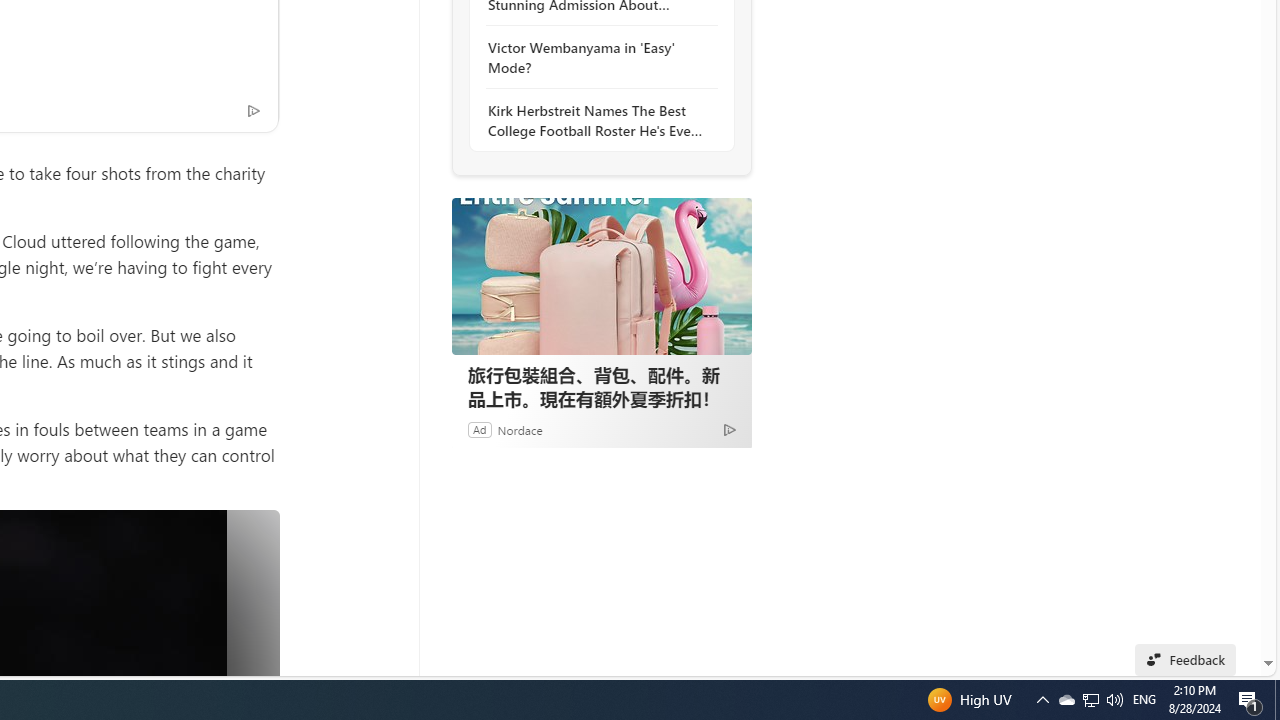 This screenshot has width=1280, height=720. Describe the element at coordinates (519, 428) in the screenshot. I see `'Nordace'` at that location.